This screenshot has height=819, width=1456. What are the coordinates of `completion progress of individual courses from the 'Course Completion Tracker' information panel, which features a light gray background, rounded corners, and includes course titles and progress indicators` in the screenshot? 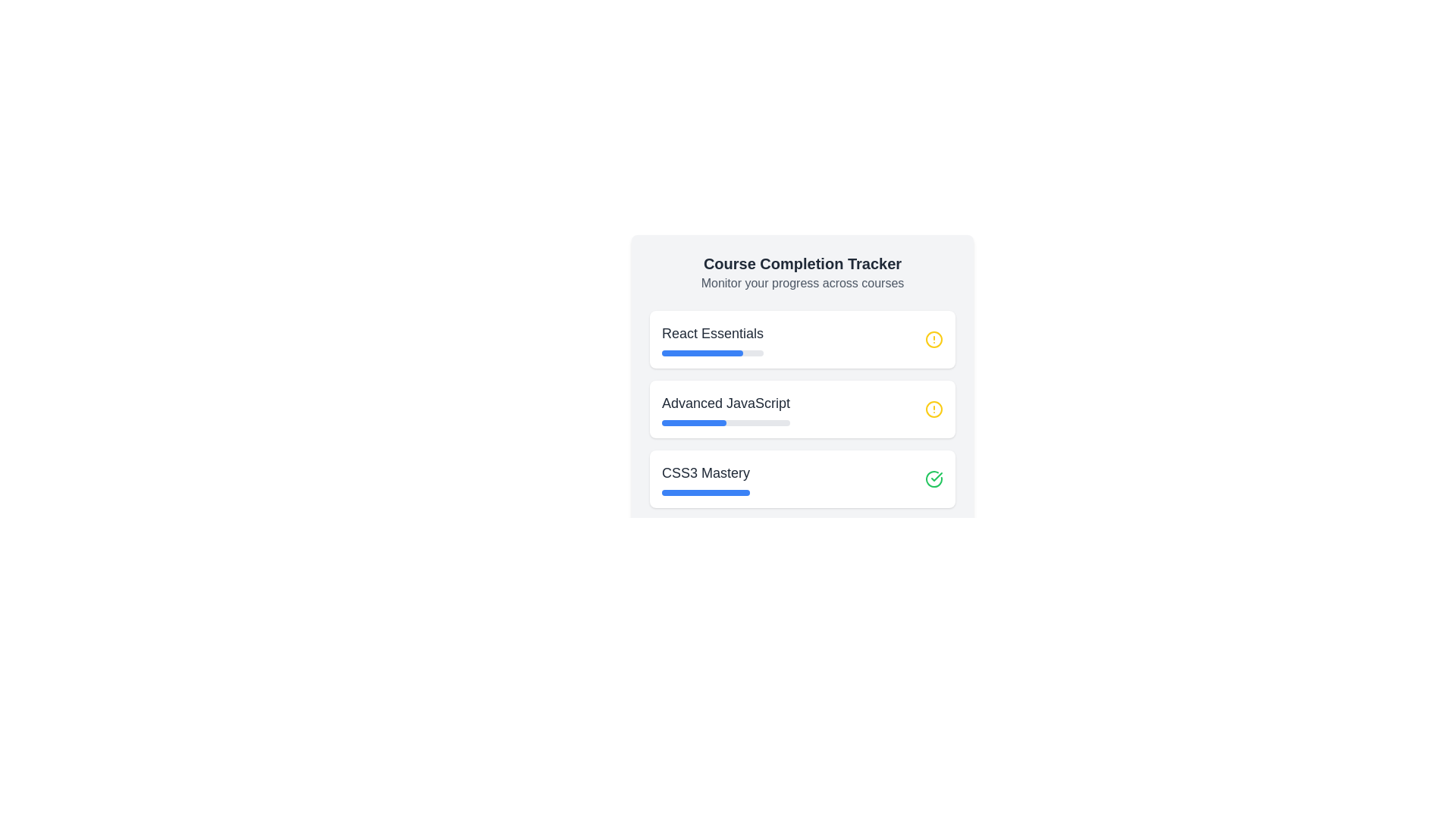 It's located at (802, 403).